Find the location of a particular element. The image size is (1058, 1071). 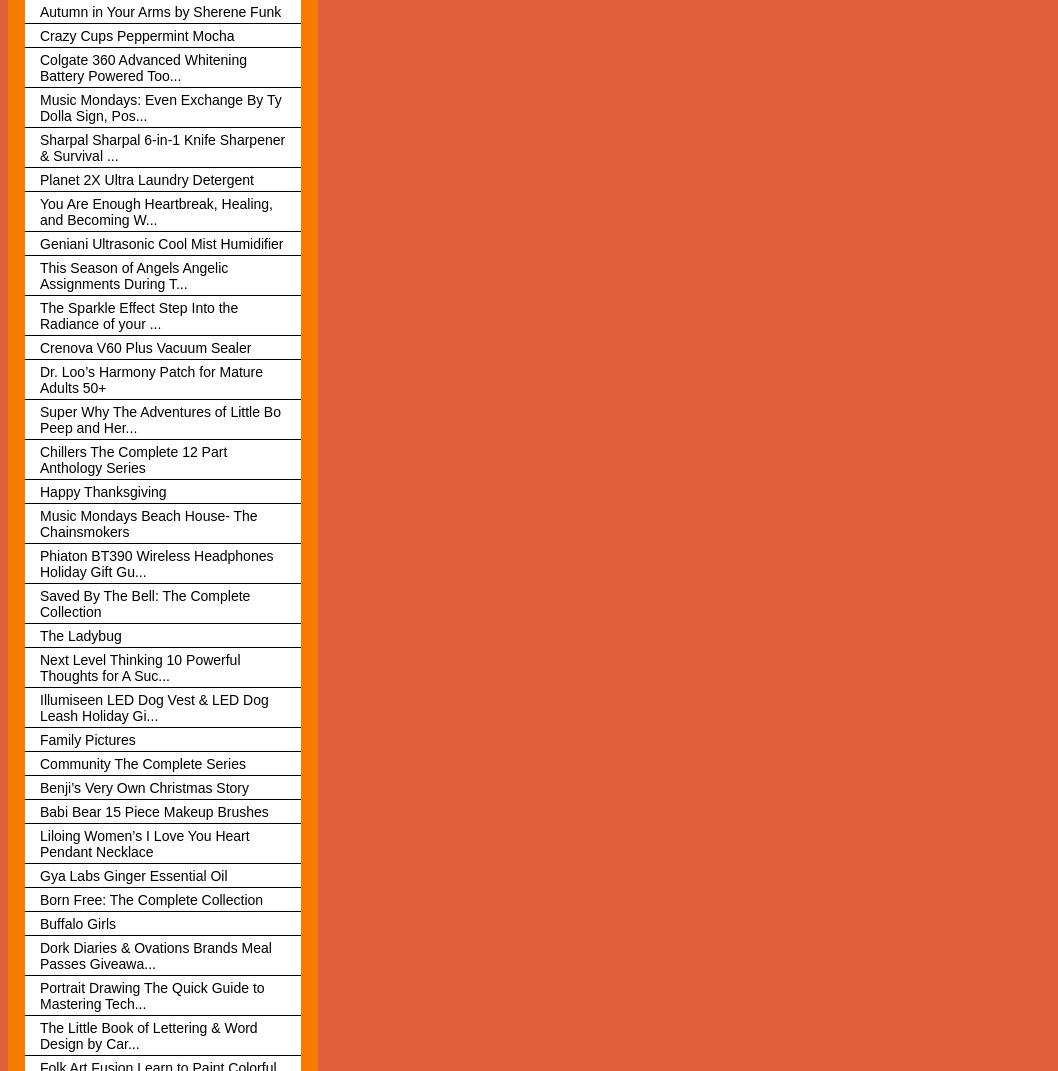

'Super Why The Adventures of Little Bo Peep and Her...' is located at coordinates (159, 418).